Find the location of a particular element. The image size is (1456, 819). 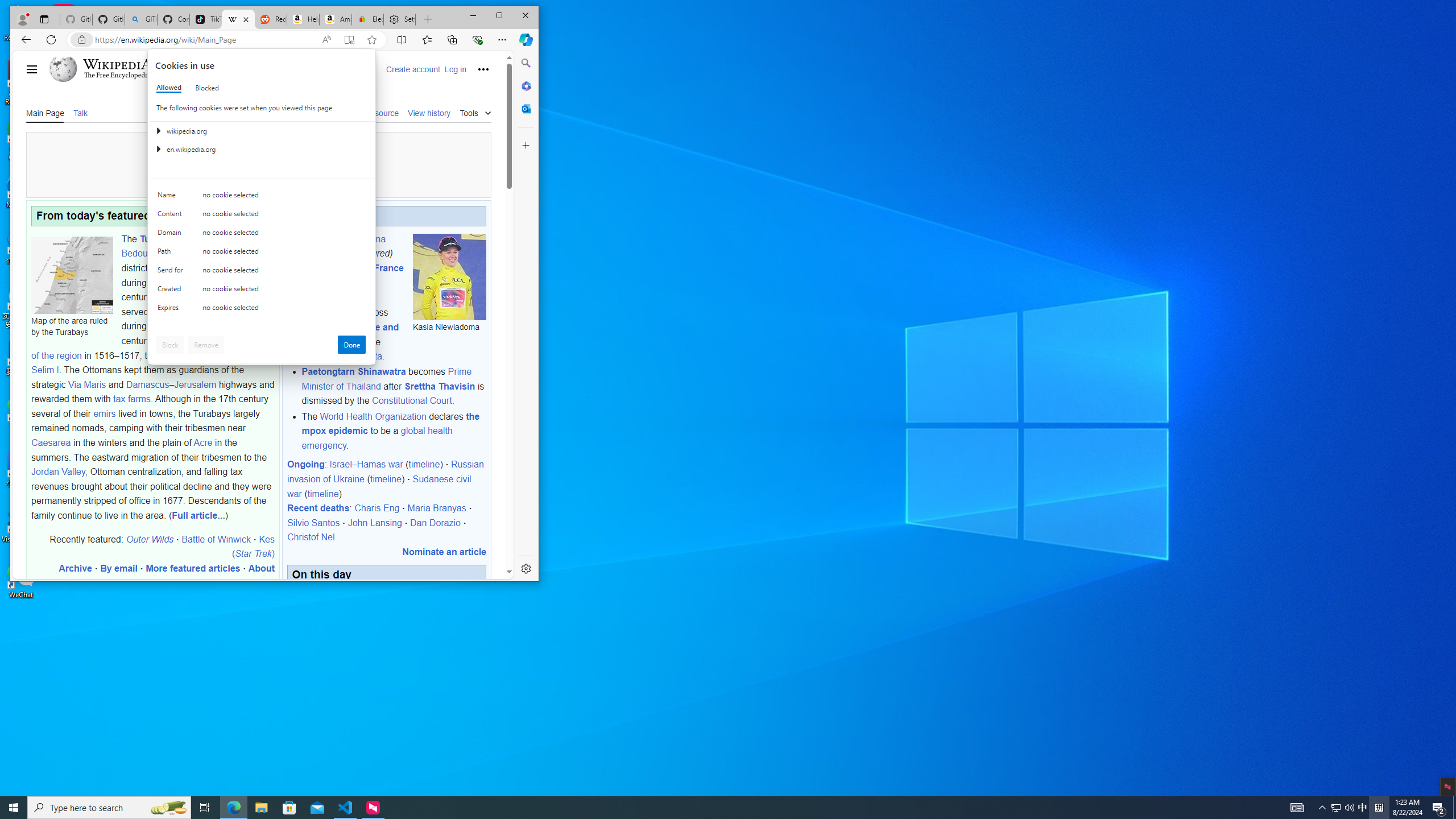

'Content' is located at coordinates (172, 216).